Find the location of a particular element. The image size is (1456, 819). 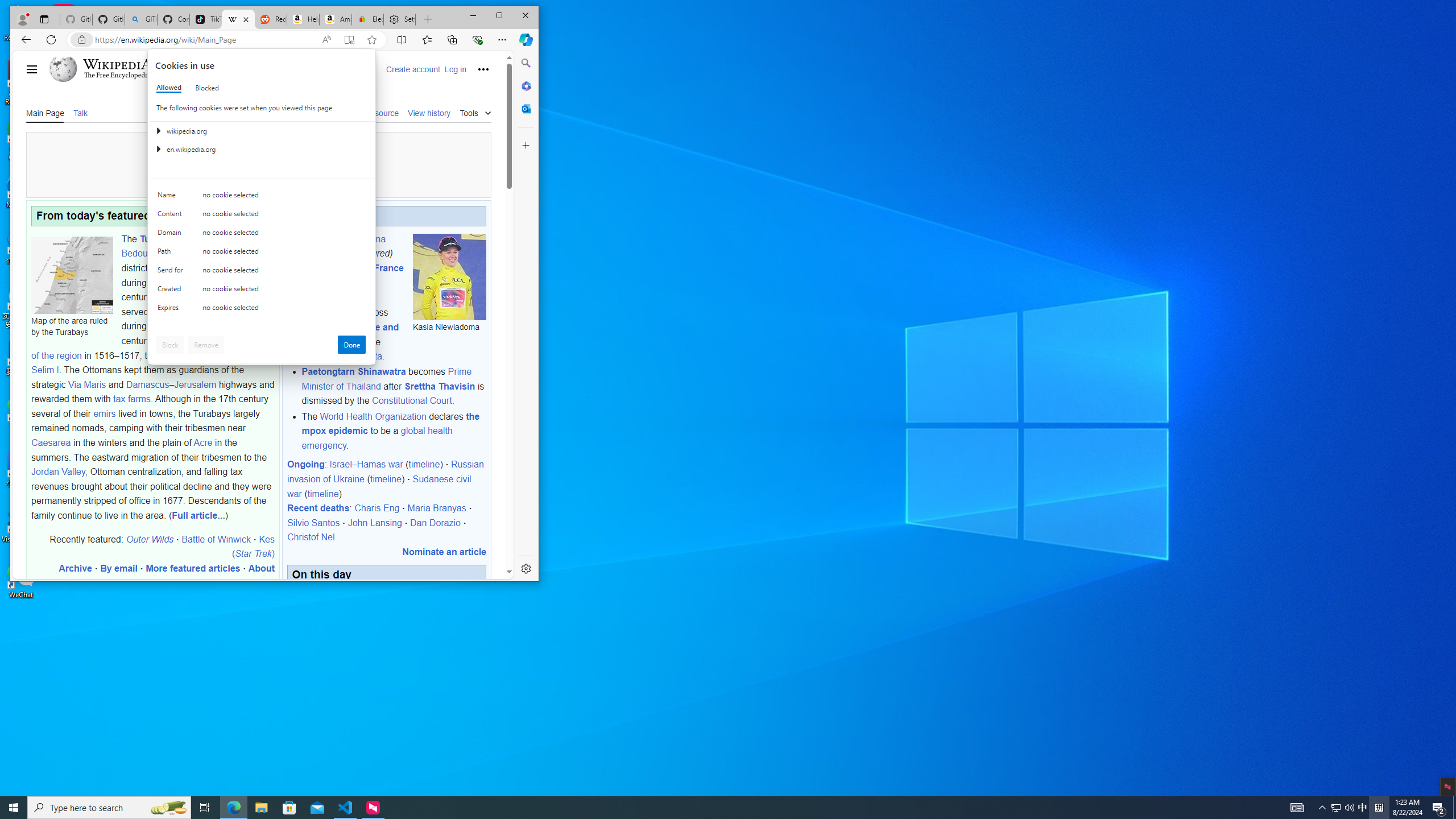

'Content' is located at coordinates (172, 216).